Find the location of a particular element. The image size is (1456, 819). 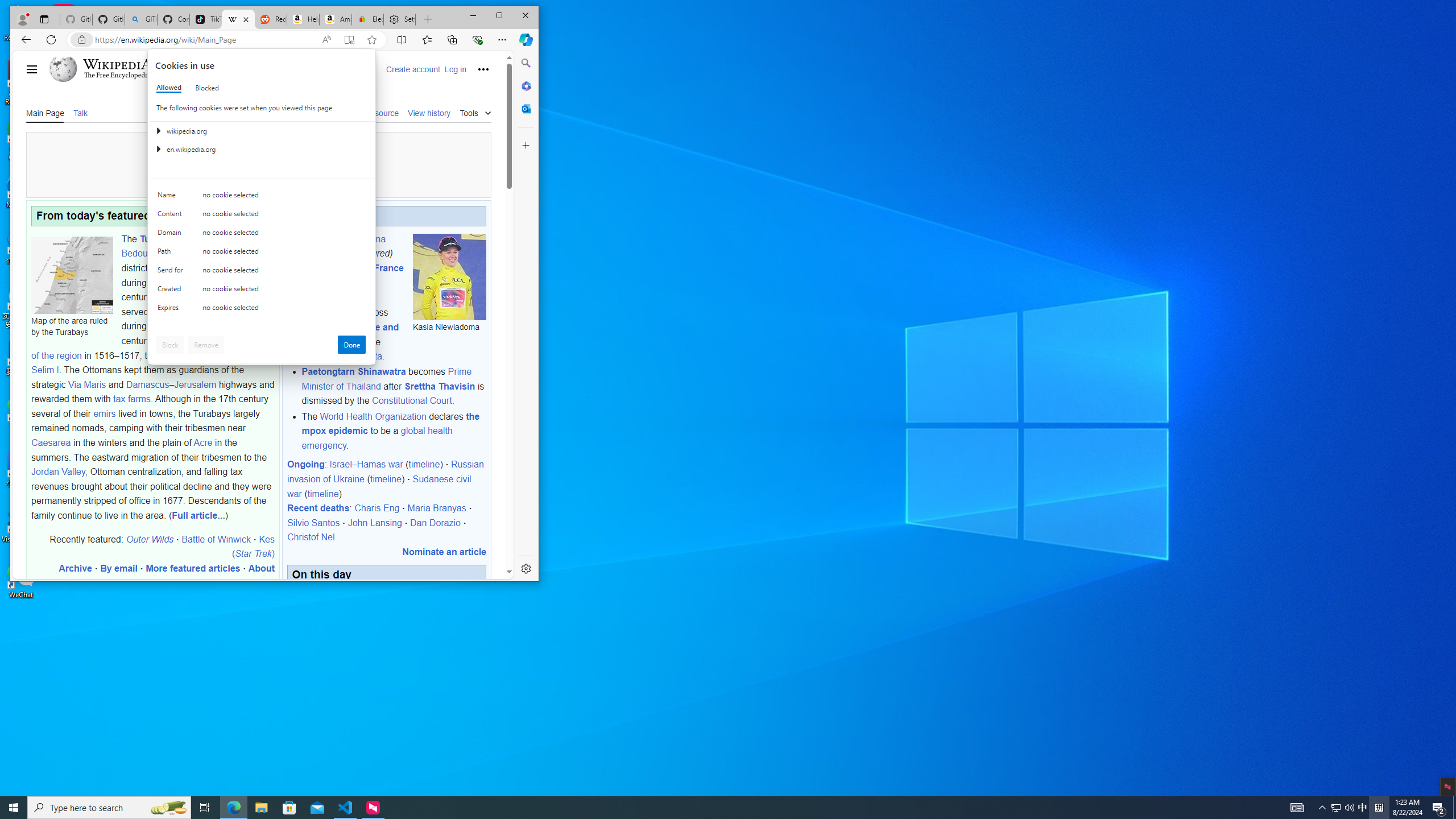

'Content' is located at coordinates (172, 216).